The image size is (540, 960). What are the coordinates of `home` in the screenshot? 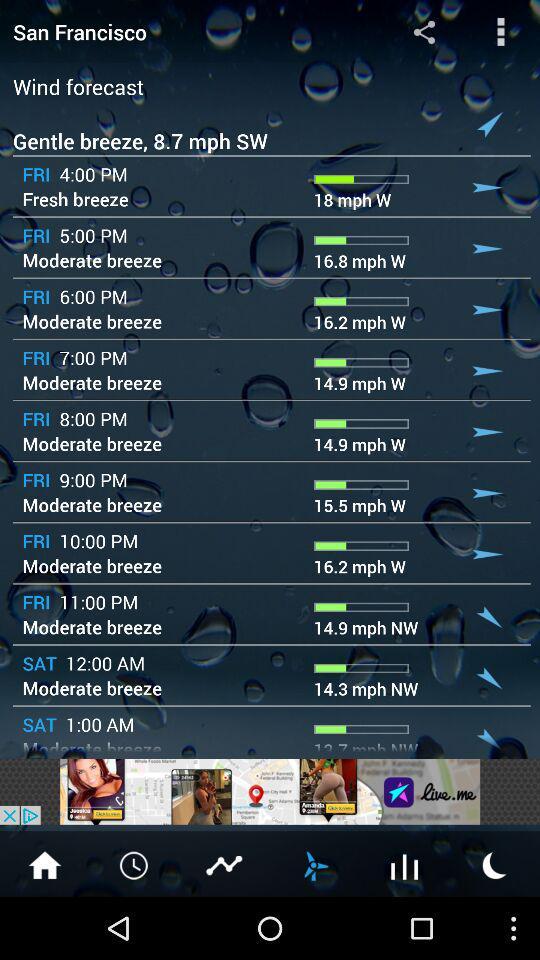 It's located at (44, 863).